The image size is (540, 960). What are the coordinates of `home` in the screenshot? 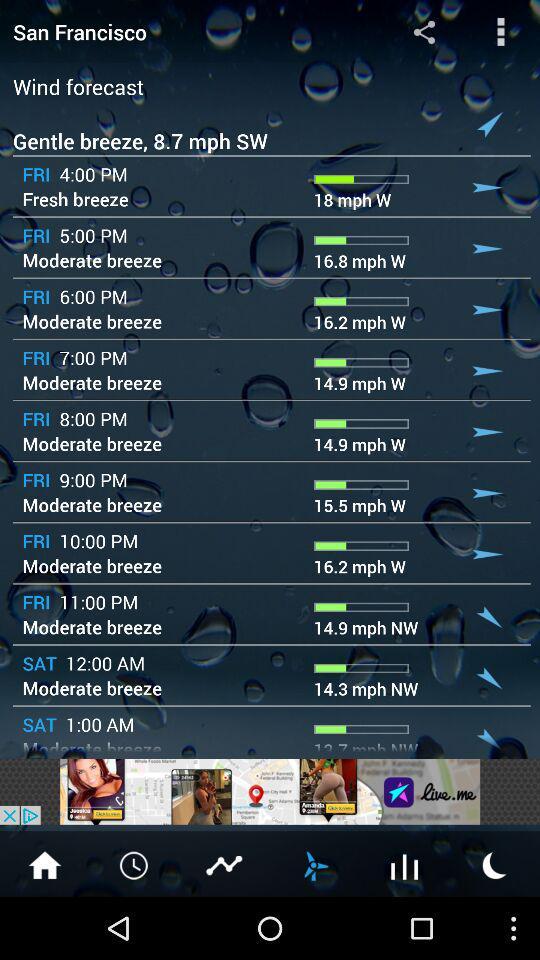 It's located at (44, 863).